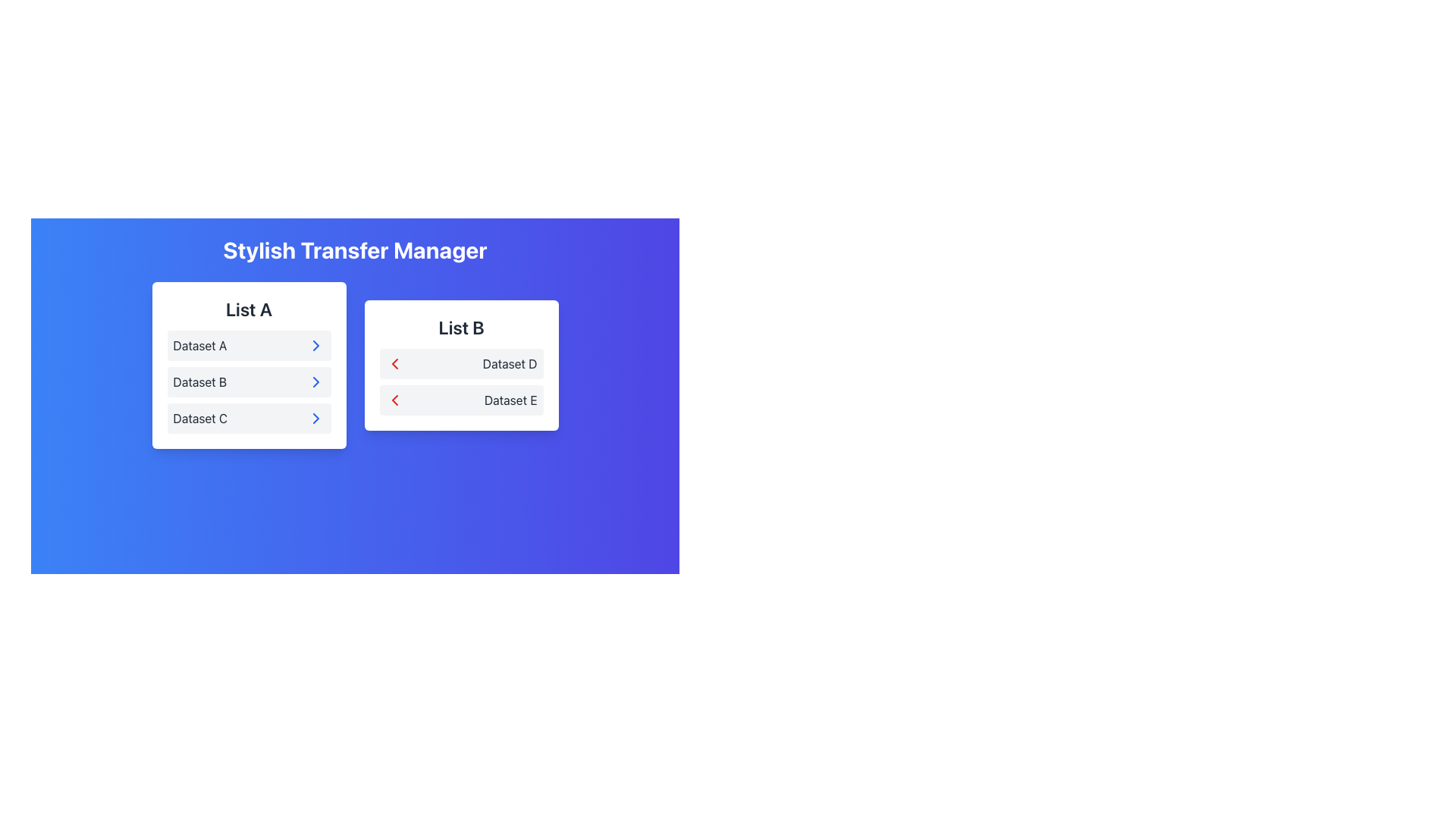 This screenshot has height=819, width=1456. Describe the element at coordinates (249, 309) in the screenshot. I see `the text header displaying 'List A', which is styled as a bold, large-size font and is the primary heading at the top of the left pane` at that location.